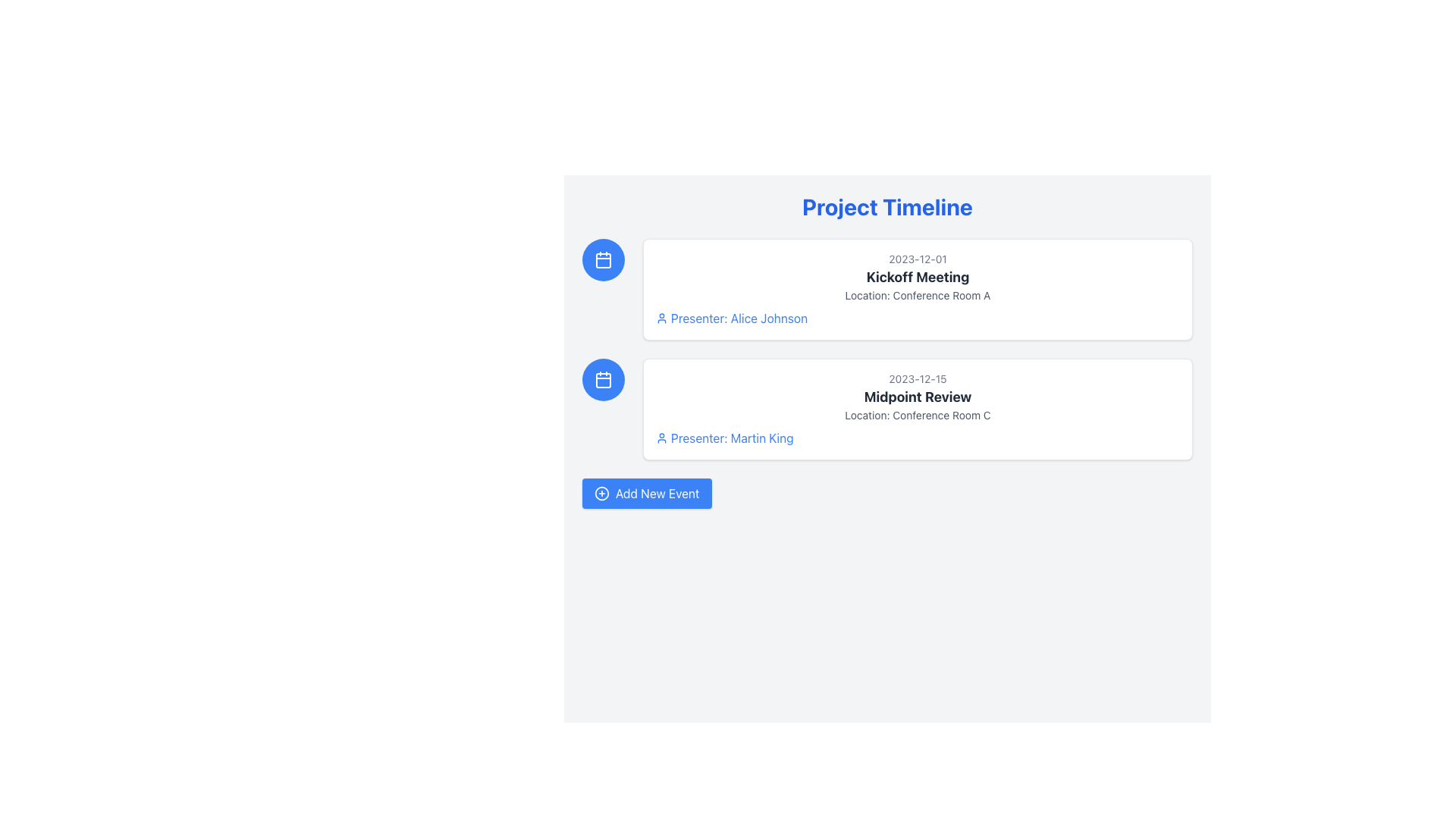 This screenshot has width=1456, height=819. What do you see at coordinates (647, 494) in the screenshot?
I see `the button that initiates the creation of a new event, located at the bottom left of the event list` at bounding box center [647, 494].